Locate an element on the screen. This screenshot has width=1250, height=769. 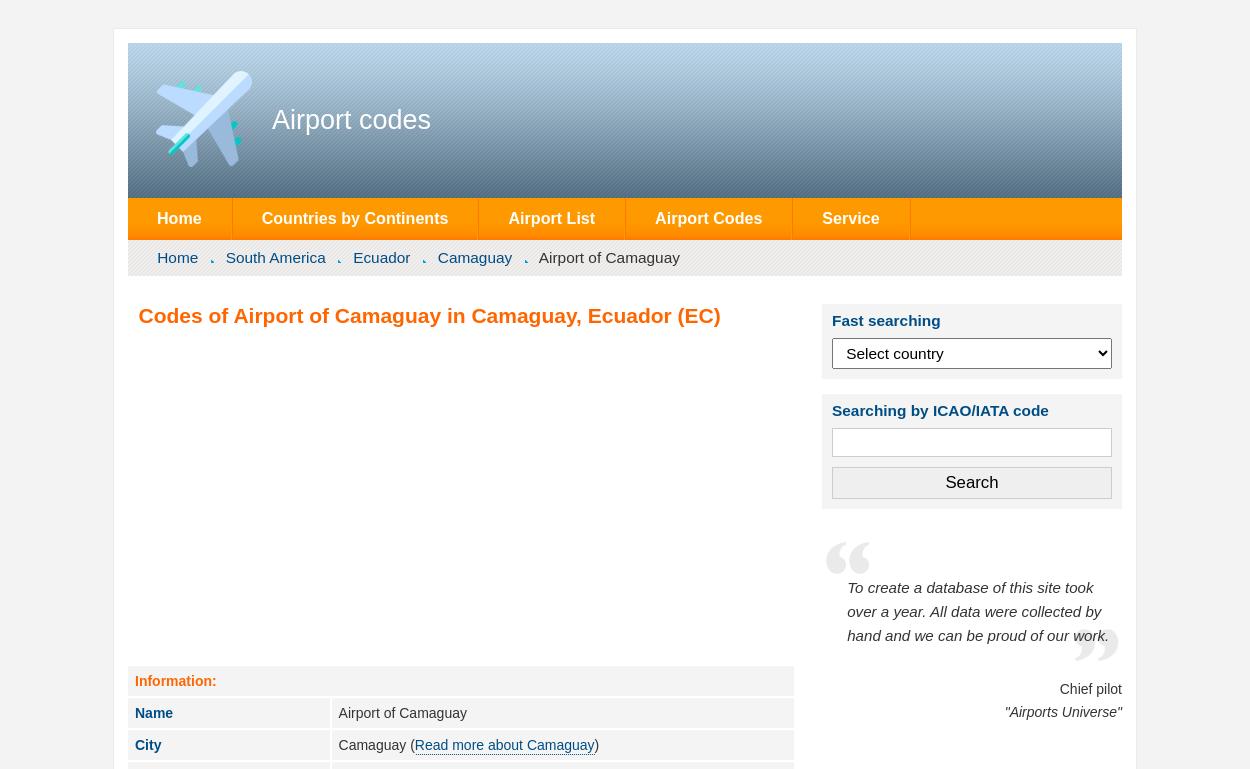
'Fast searching' is located at coordinates (886, 319).